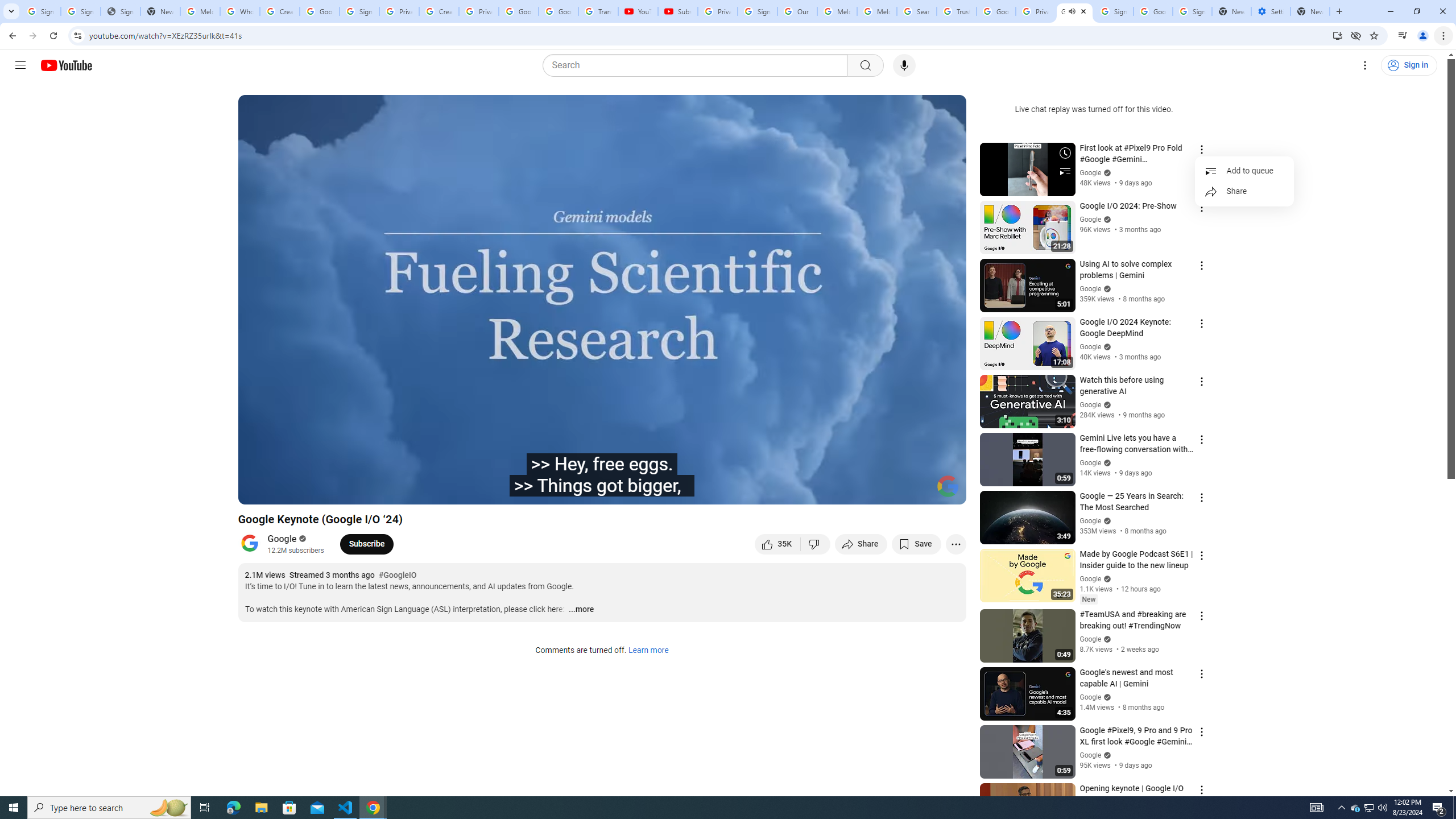  I want to click on 'Search our Doodle Library Collection - Google Doodles', so click(916, 11).